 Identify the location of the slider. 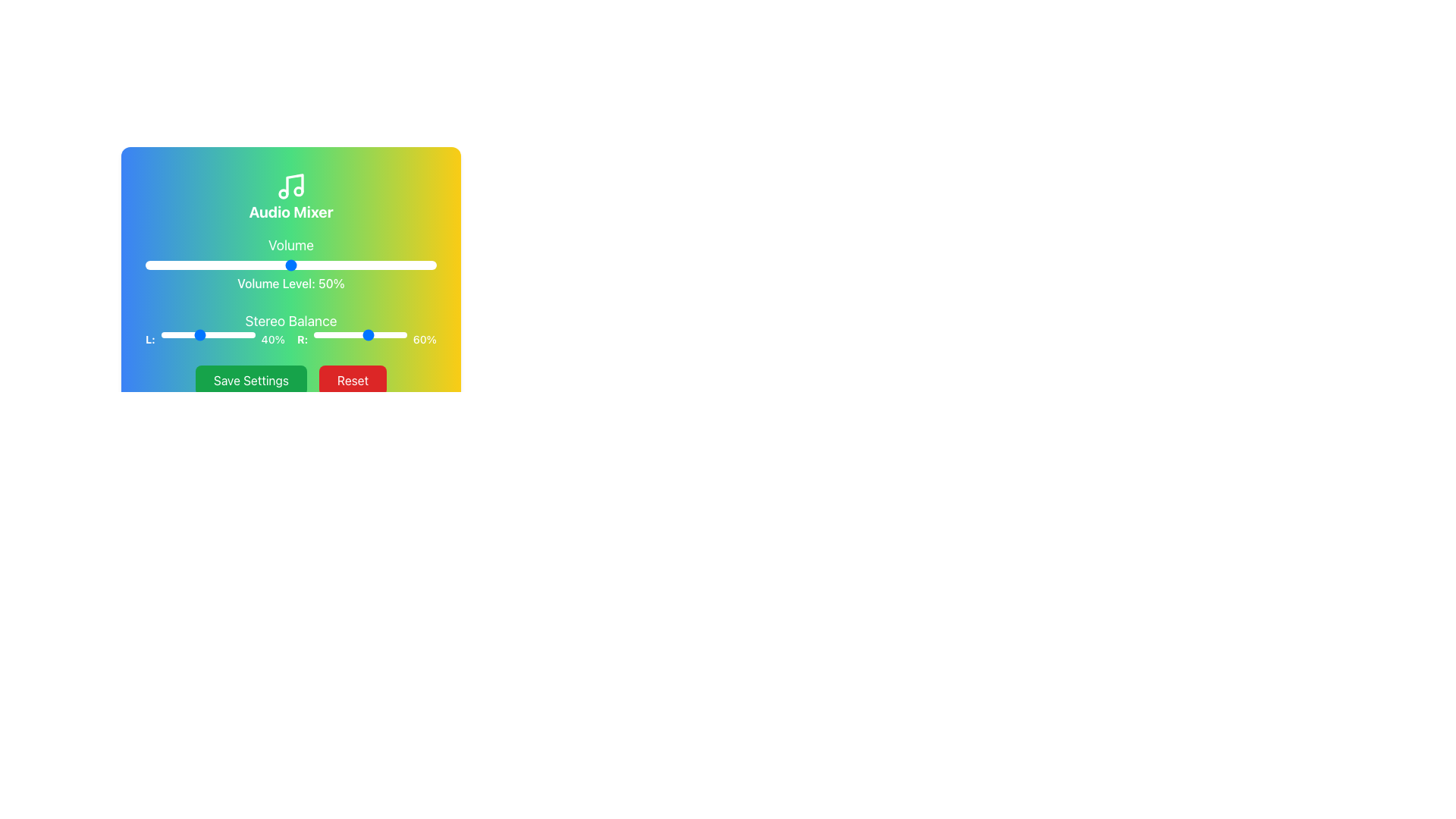
(206, 334).